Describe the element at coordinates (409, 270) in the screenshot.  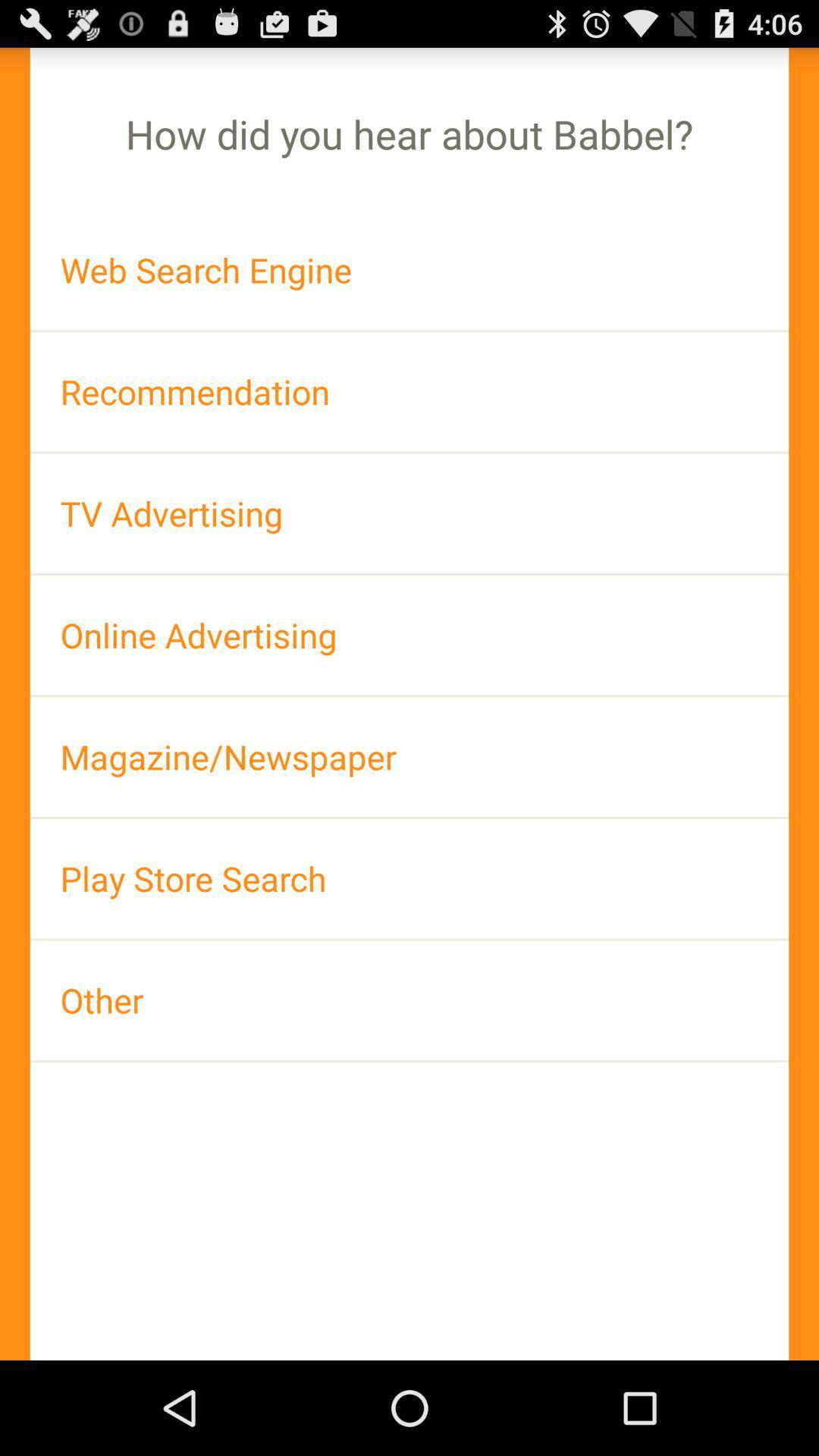
I see `the web search engine app` at that location.